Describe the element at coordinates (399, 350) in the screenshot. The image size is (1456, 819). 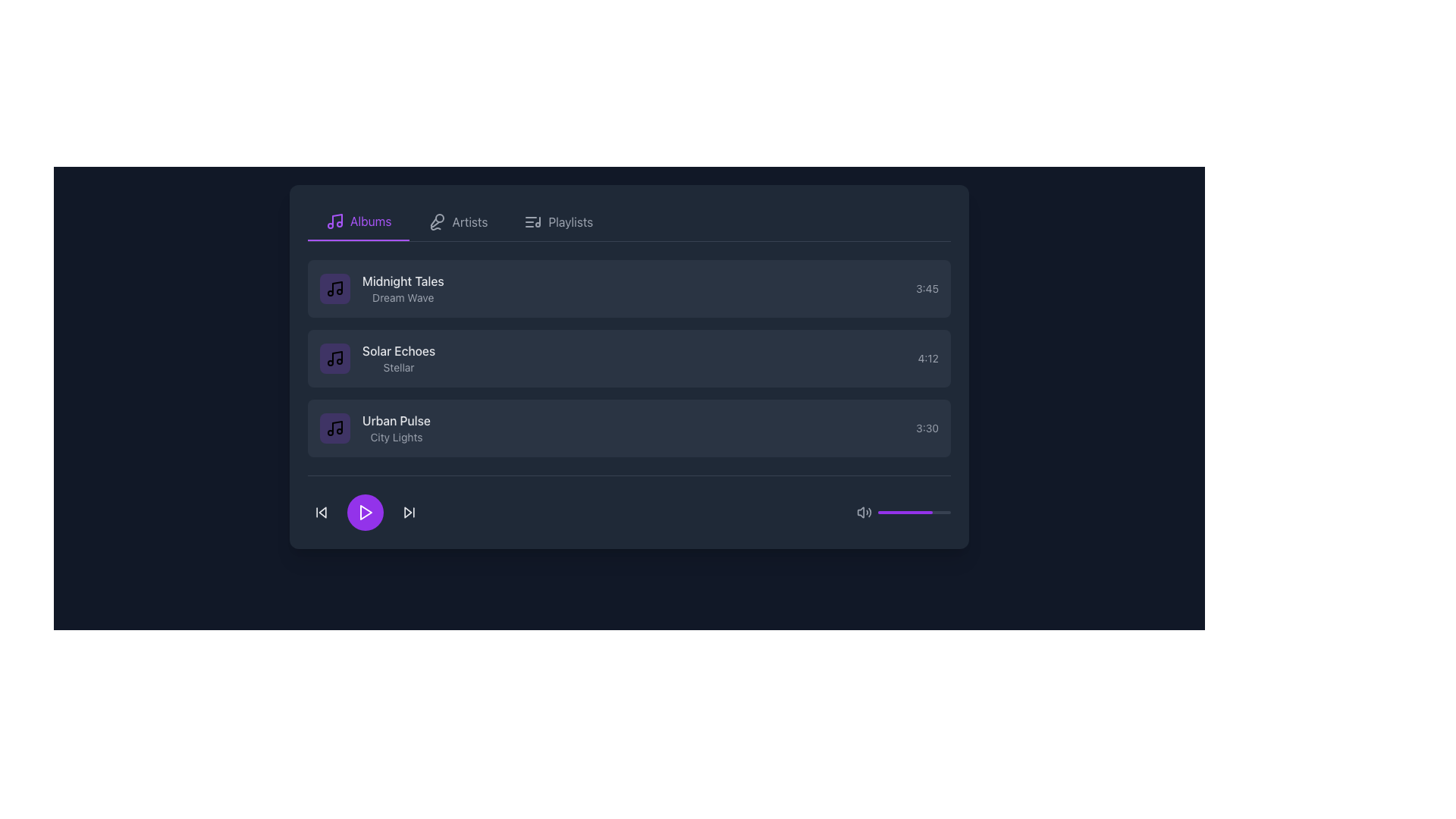
I see `text content of the label that serves as the title for the second list item, which is located in the left half of the interface and is immediately above the text 'Stellar'` at that location.